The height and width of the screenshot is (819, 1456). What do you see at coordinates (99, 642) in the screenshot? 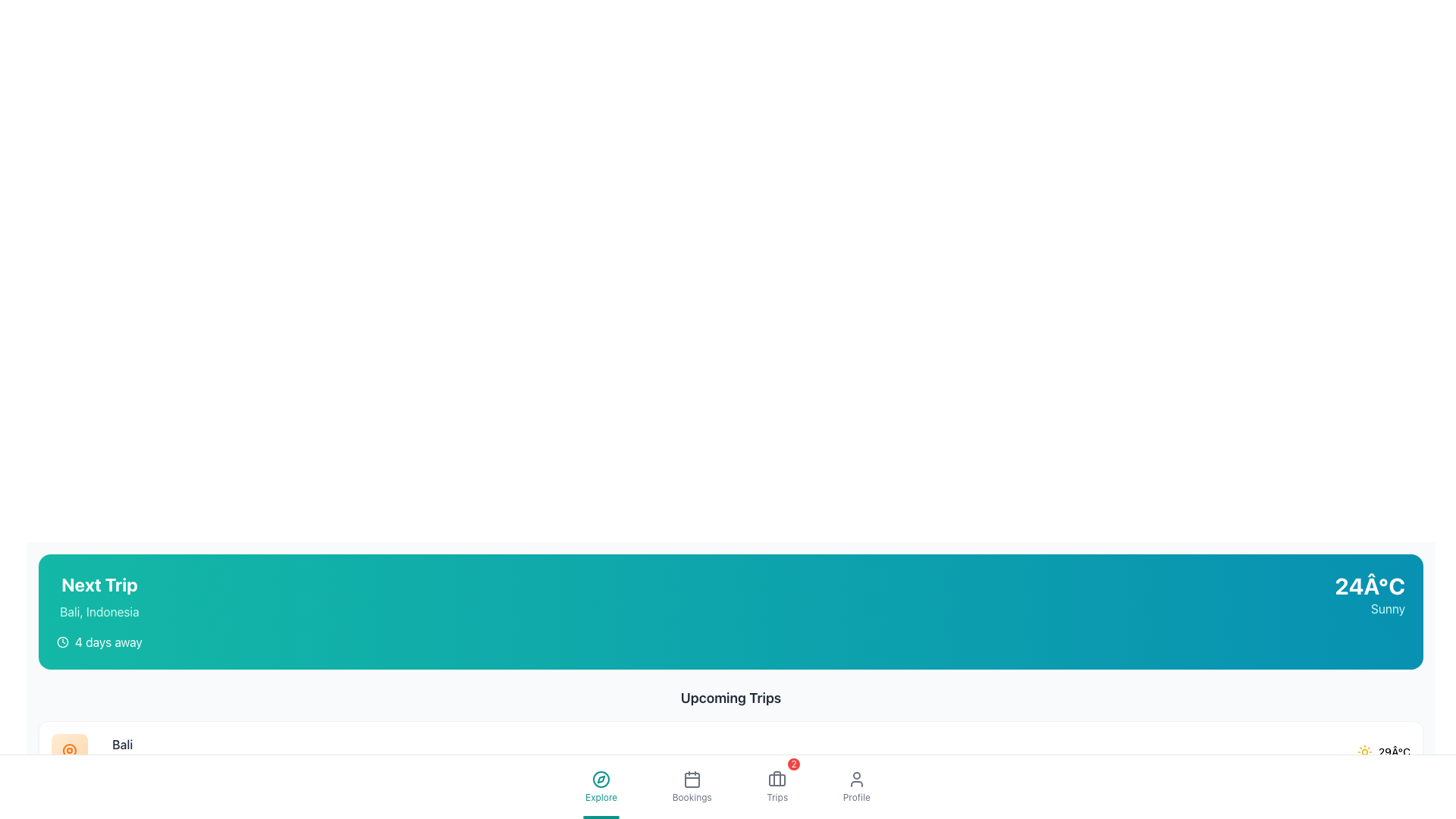
I see `the text displaying the time remaining until the next trip to Bali, Indonesia, located under the 'Next Trip' header in the teal section` at bounding box center [99, 642].